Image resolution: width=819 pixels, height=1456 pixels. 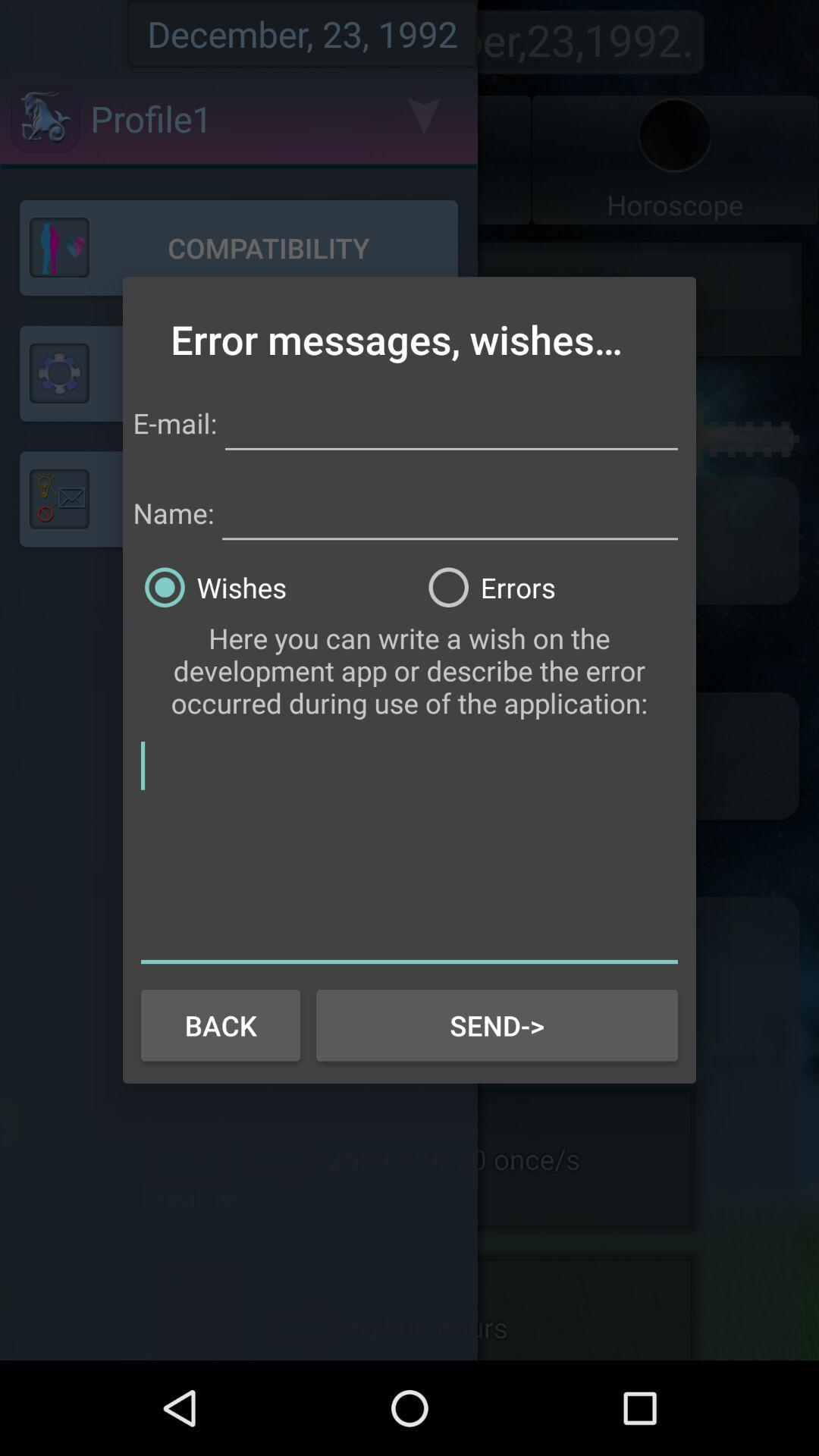 I want to click on the back item, so click(x=220, y=1025).